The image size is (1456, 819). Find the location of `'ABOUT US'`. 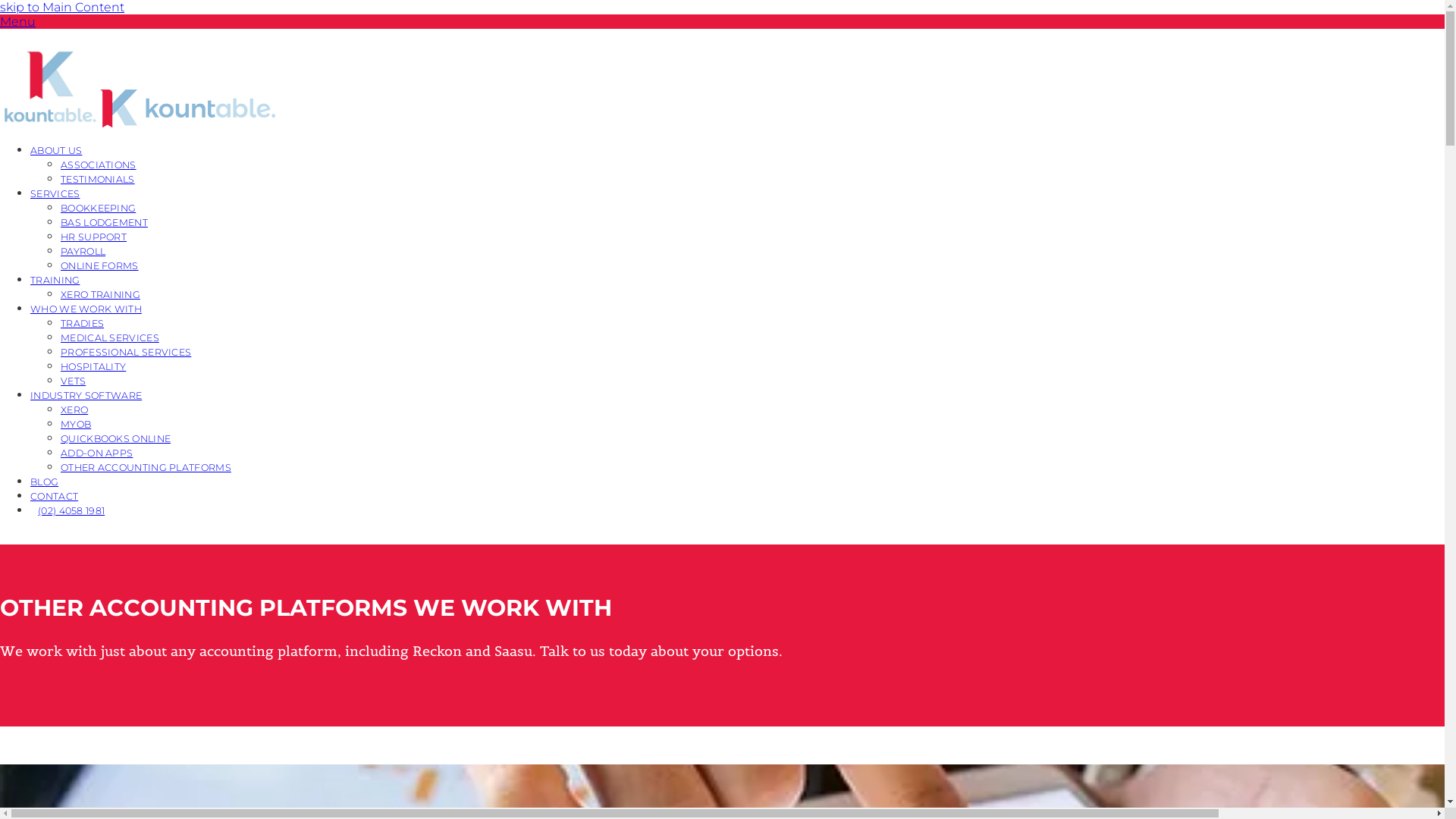

'ABOUT US' is located at coordinates (55, 149).